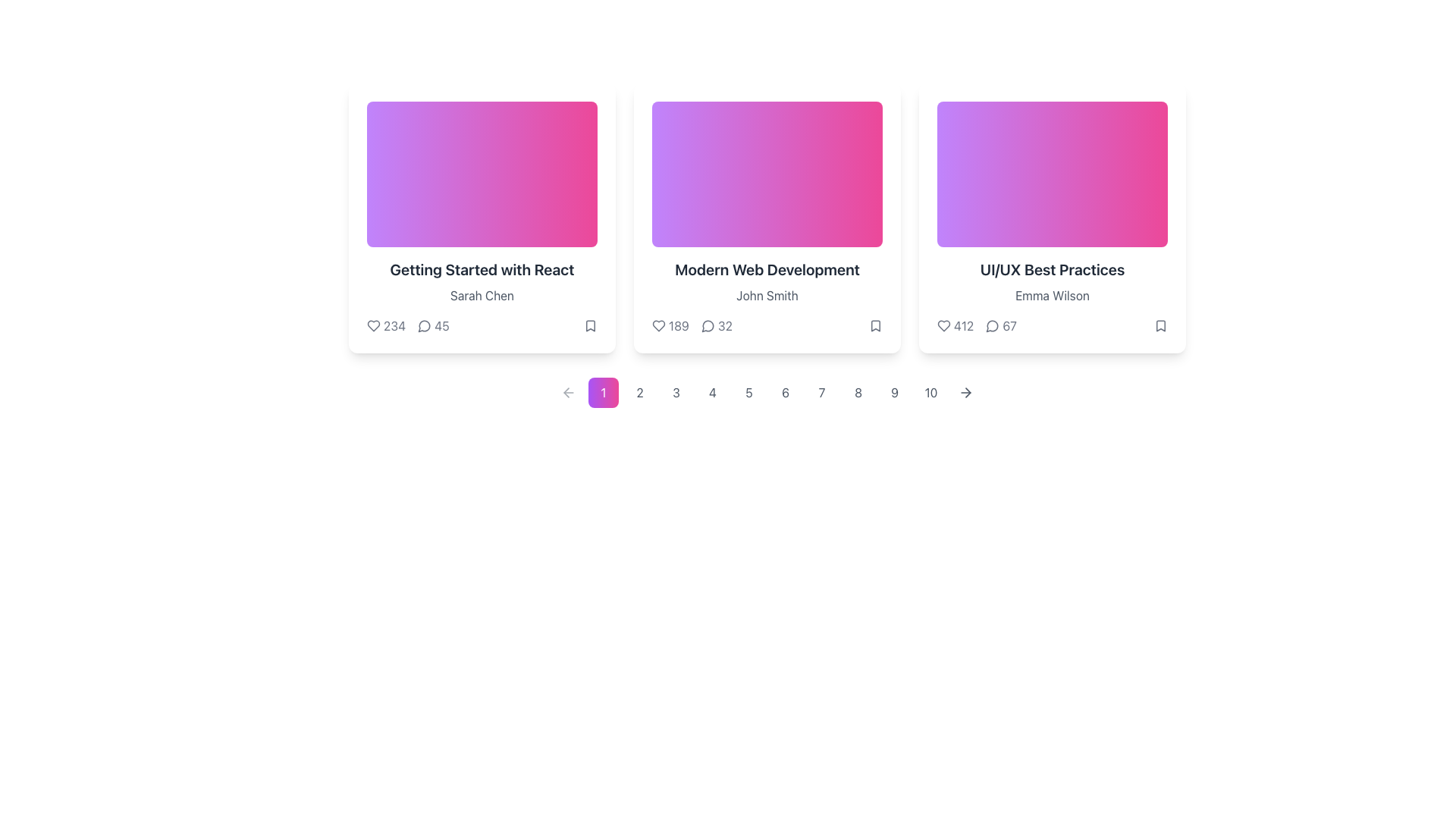 The width and height of the screenshot is (1456, 819). I want to click on the interactive element displaying the number '189', so click(670, 325).